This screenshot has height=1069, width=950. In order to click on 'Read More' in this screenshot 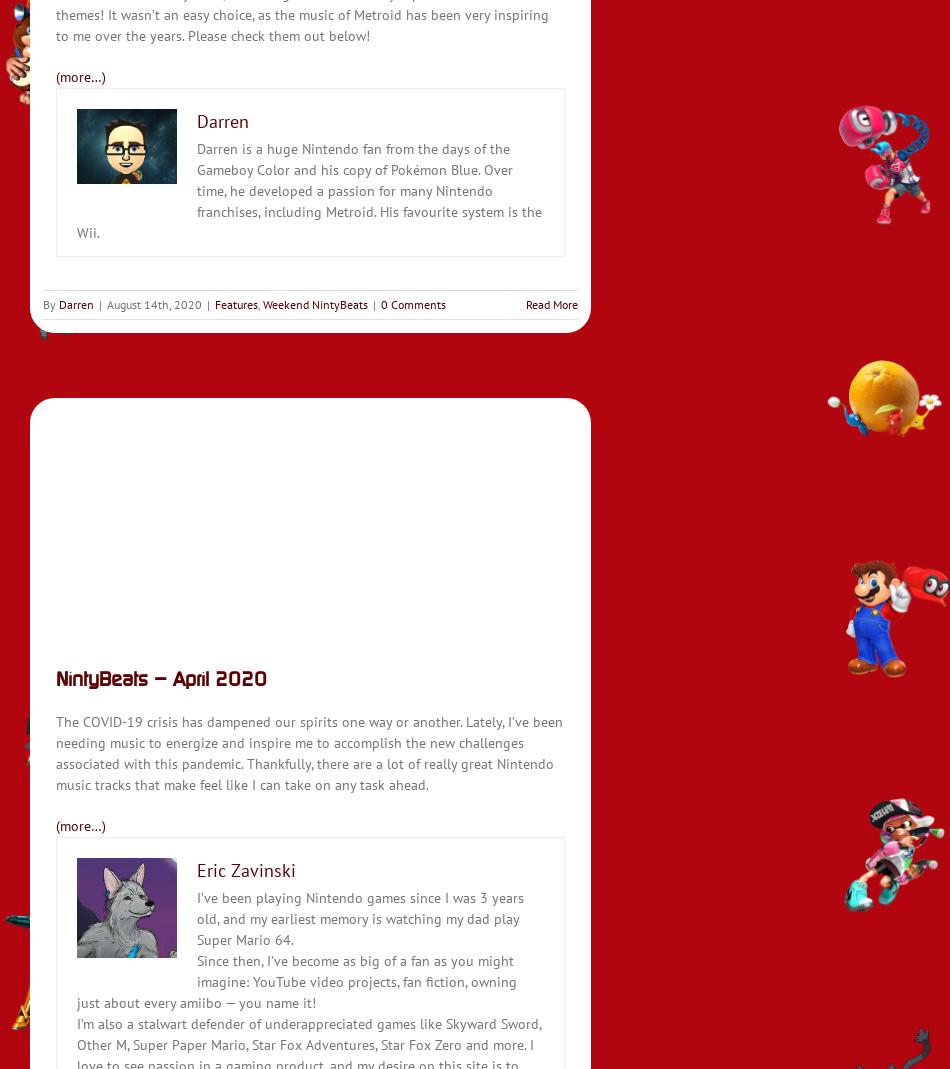, I will do `click(524, 302)`.